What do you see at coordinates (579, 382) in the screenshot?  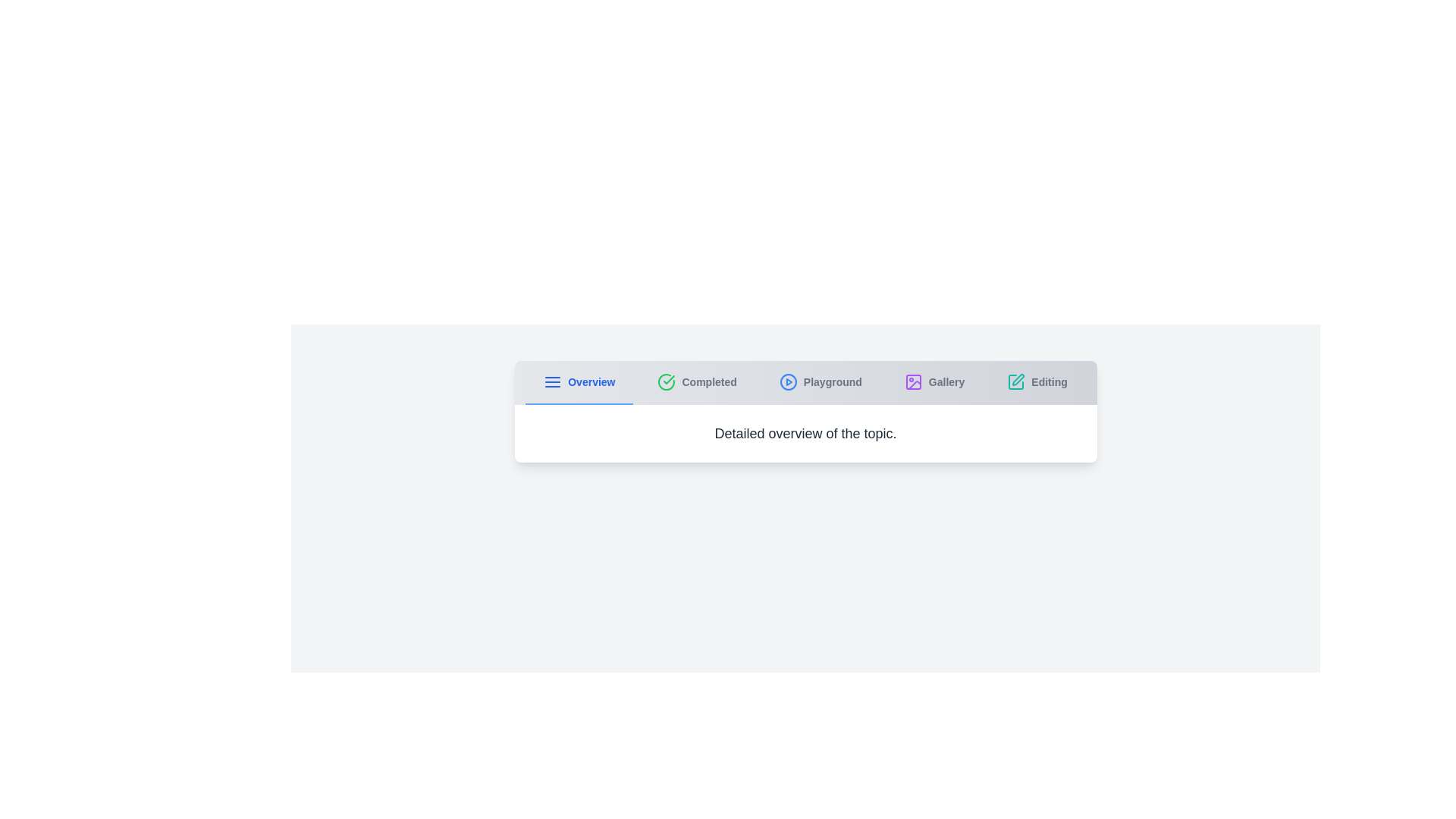 I see `the tab labeled Overview` at bounding box center [579, 382].